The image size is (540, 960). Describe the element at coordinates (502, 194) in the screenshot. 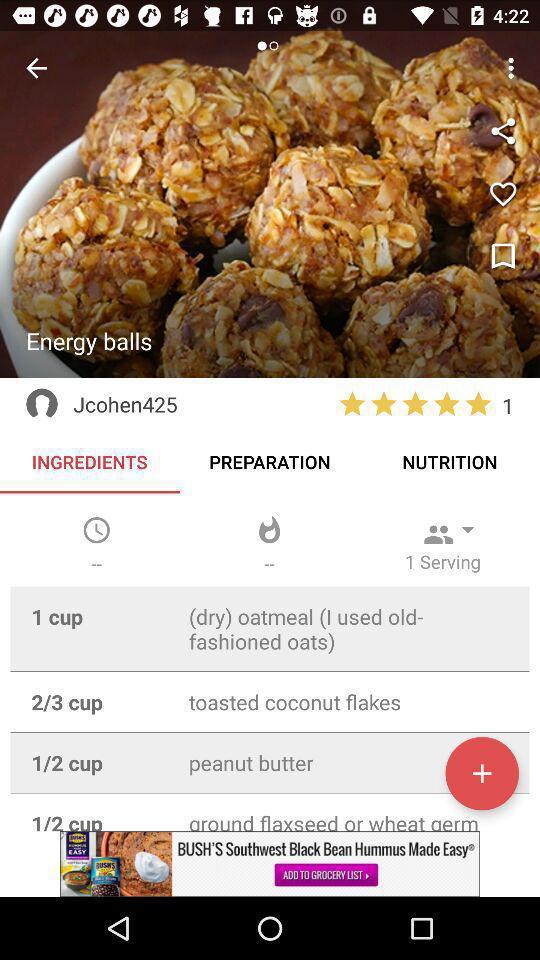

I see `the favorite icon` at that location.